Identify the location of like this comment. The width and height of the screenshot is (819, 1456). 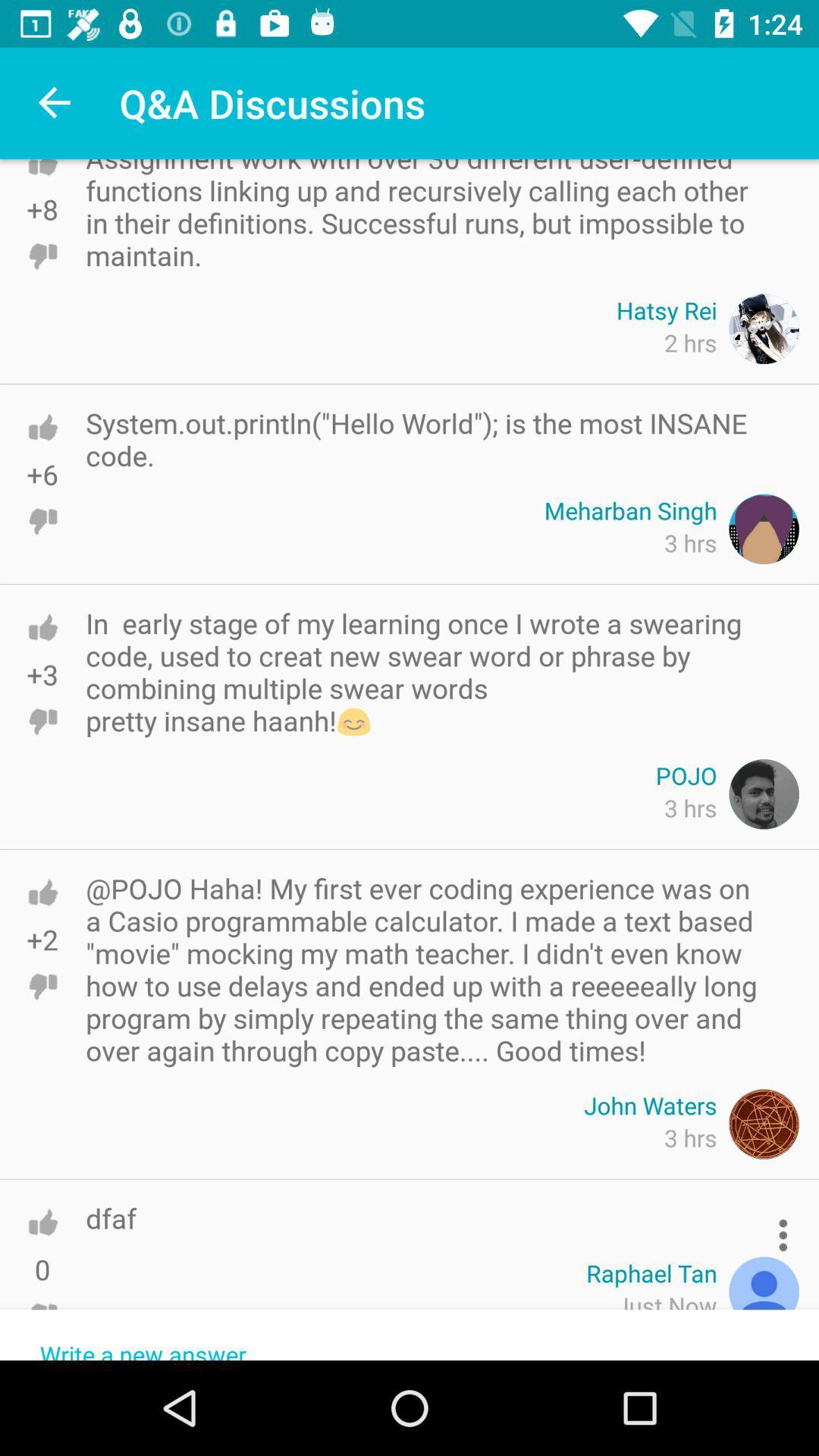
(42, 182).